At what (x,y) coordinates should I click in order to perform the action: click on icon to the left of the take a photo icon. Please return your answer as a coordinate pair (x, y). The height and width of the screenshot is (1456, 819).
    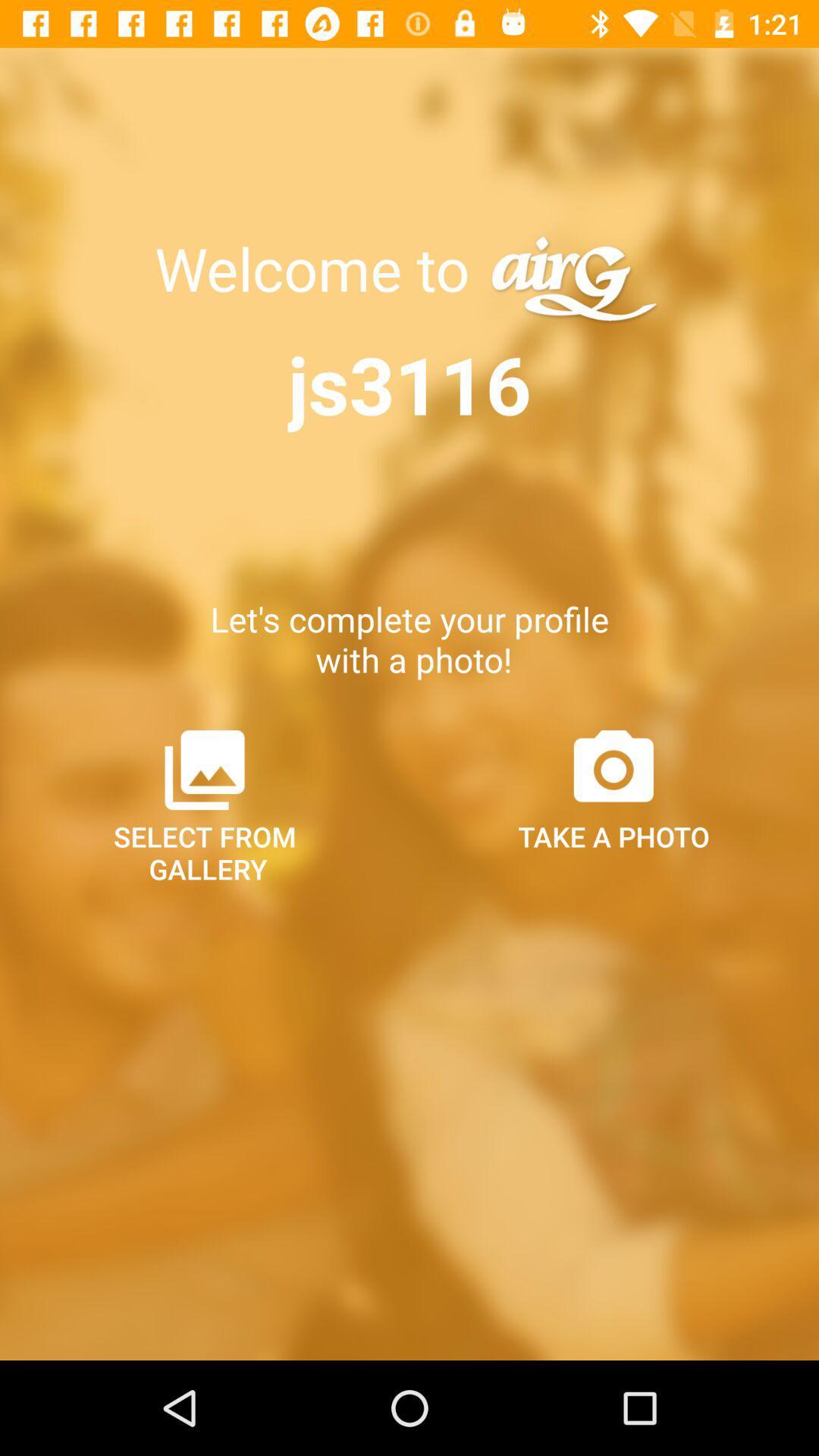
    Looking at the image, I should click on (205, 804).